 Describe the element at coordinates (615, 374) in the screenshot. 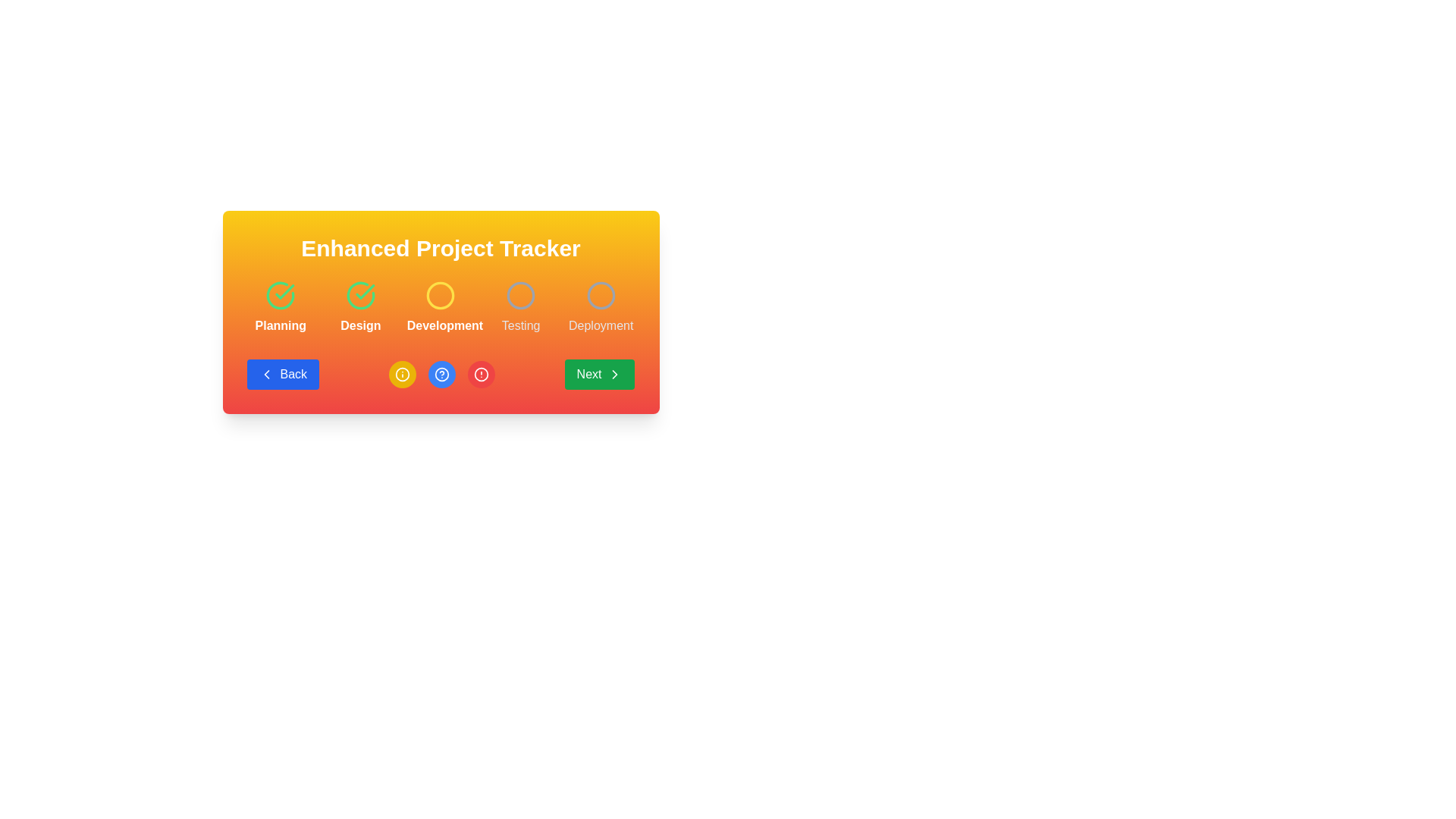

I see `the visual indication of the 'Next' action represented by the icon within the green button labeled 'Next' located at the bottom right corner of the project tracker interface` at that location.